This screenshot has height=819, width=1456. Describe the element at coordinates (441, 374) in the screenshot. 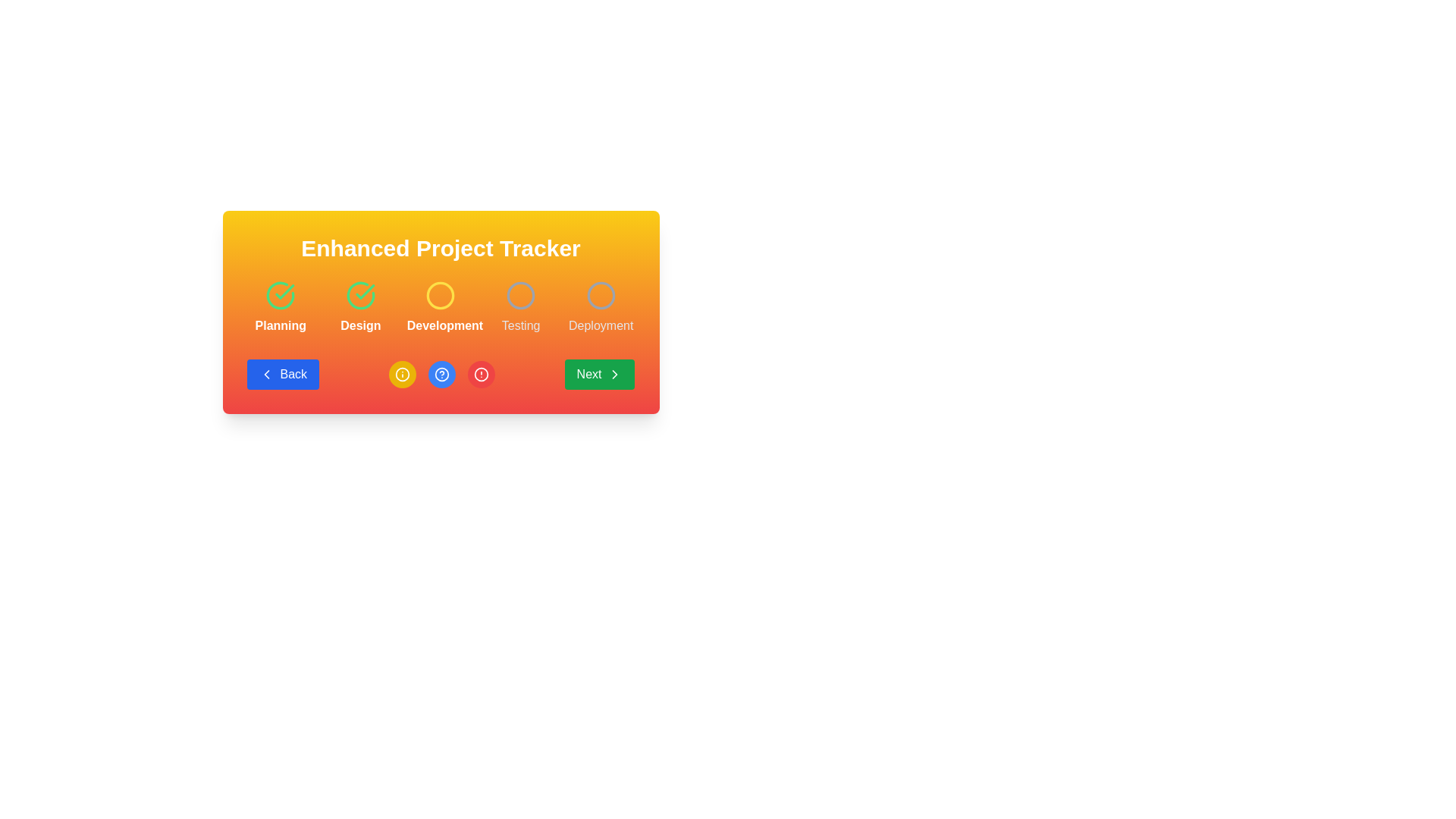

I see `the central icon button located in the bottom row of the interface` at that location.